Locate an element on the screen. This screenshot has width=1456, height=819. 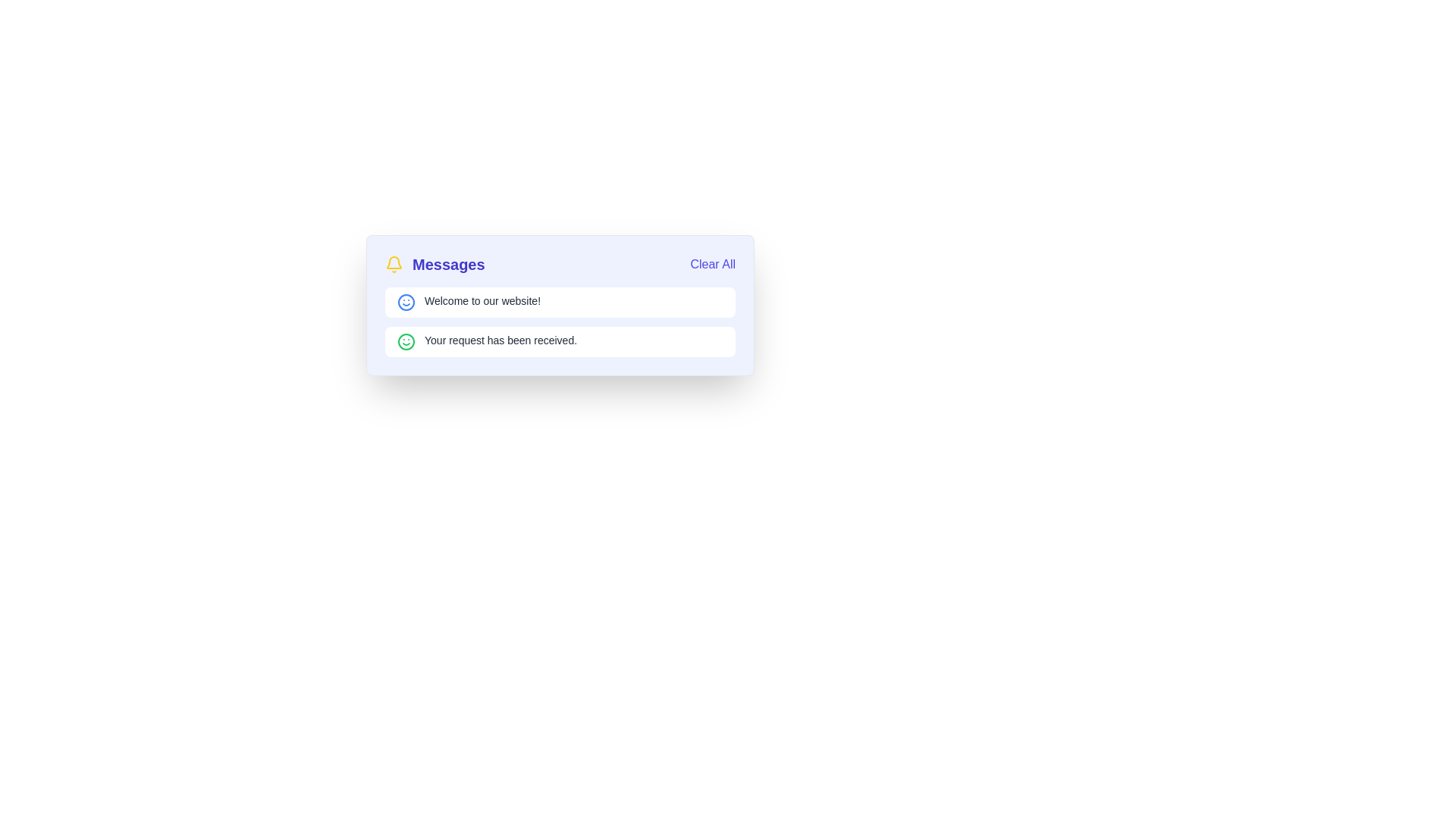
the bell notification icon located at the far left side of the header section next to the 'Messages' title is located at coordinates (394, 263).